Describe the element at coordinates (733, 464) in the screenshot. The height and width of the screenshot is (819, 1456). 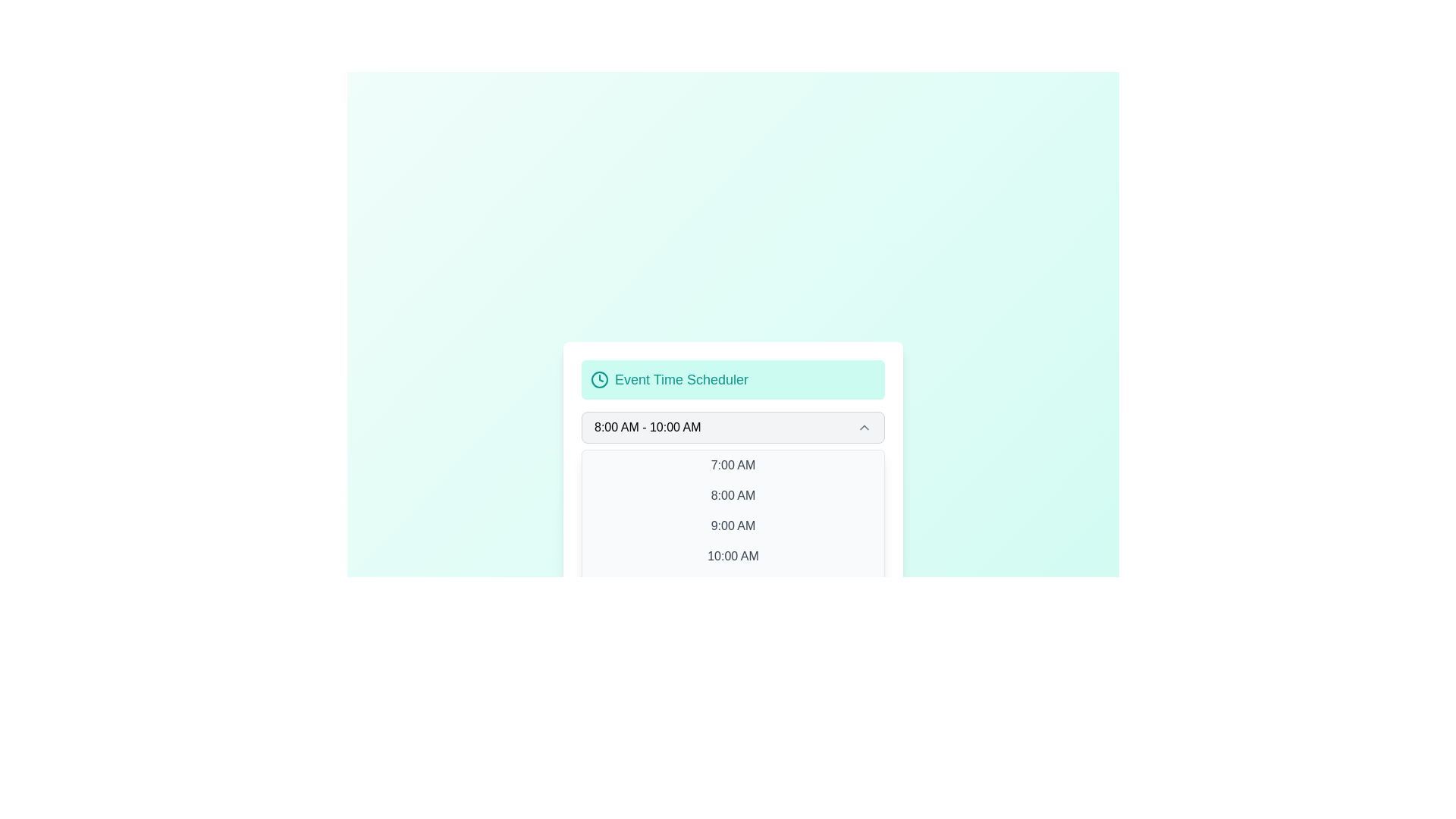
I see `the dropdown list item displaying '7:00 AM'` at that location.